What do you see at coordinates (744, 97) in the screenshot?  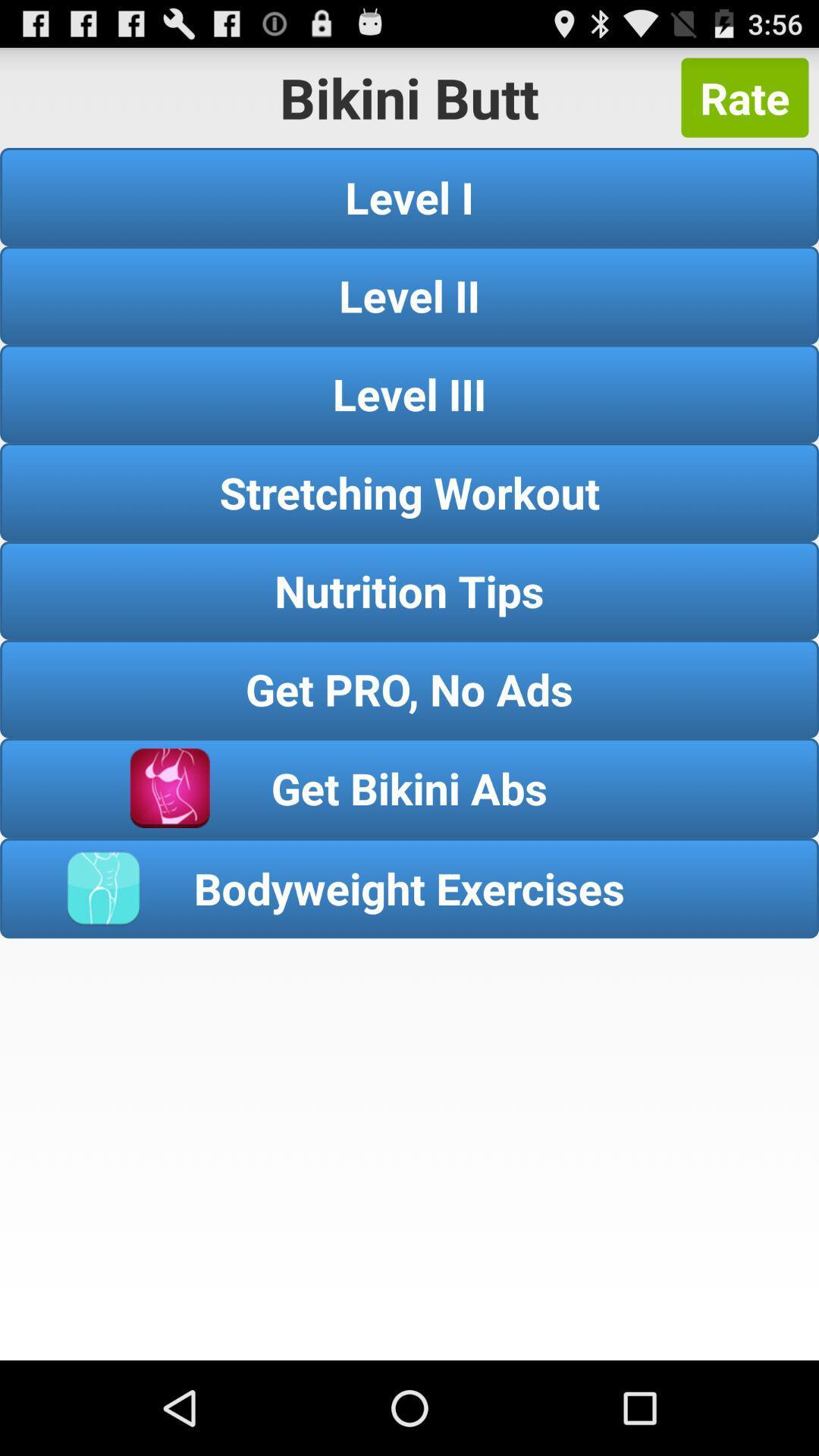 I see `rate item` at bounding box center [744, 97].